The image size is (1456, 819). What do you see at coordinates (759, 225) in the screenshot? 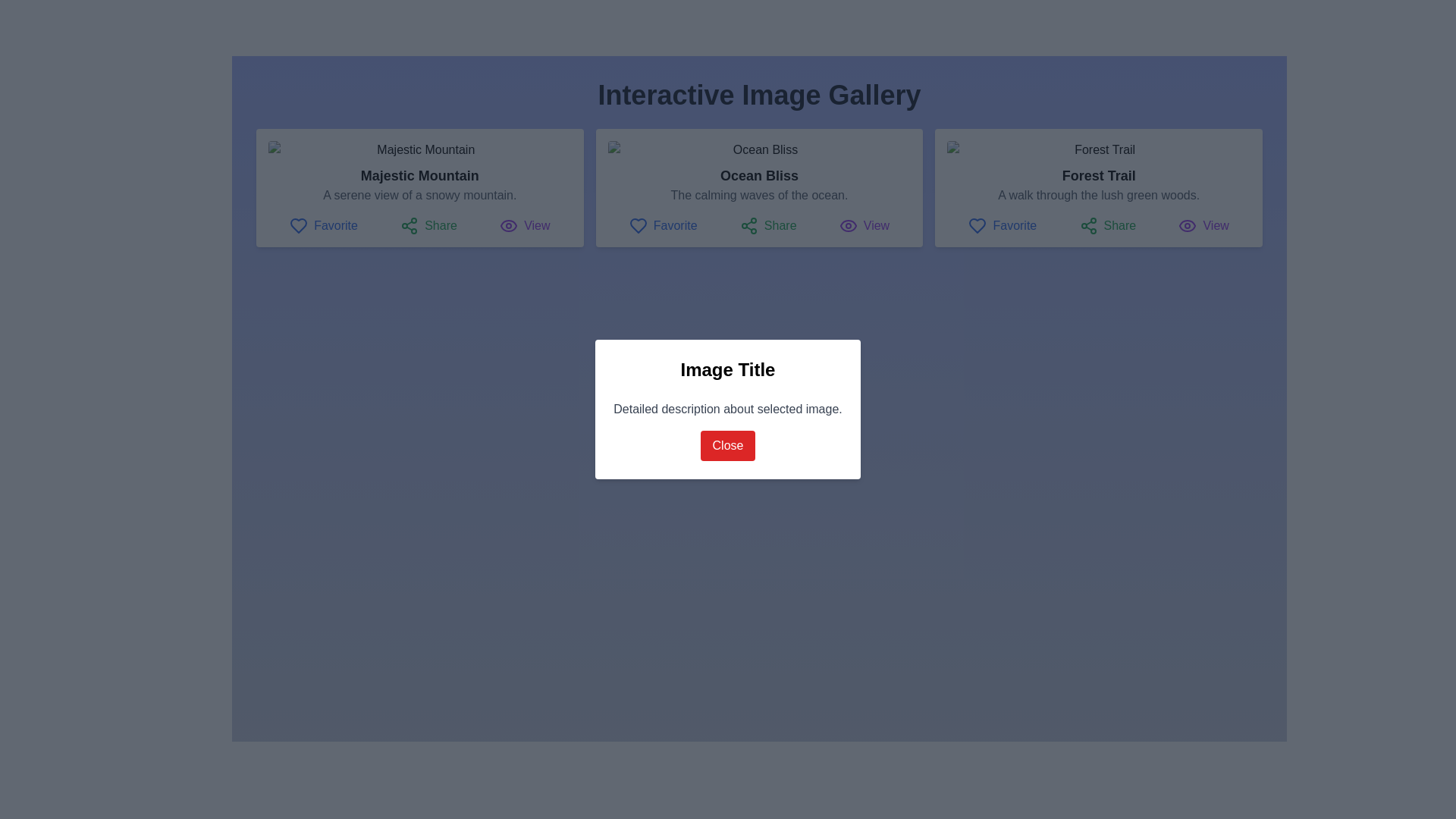
I see `the 'Share' button located in the toolbar of the 'Ocean Bliss' card, which is positioned beneath the description text and above the bottom edge of its card` at bounding box center [759, 225].